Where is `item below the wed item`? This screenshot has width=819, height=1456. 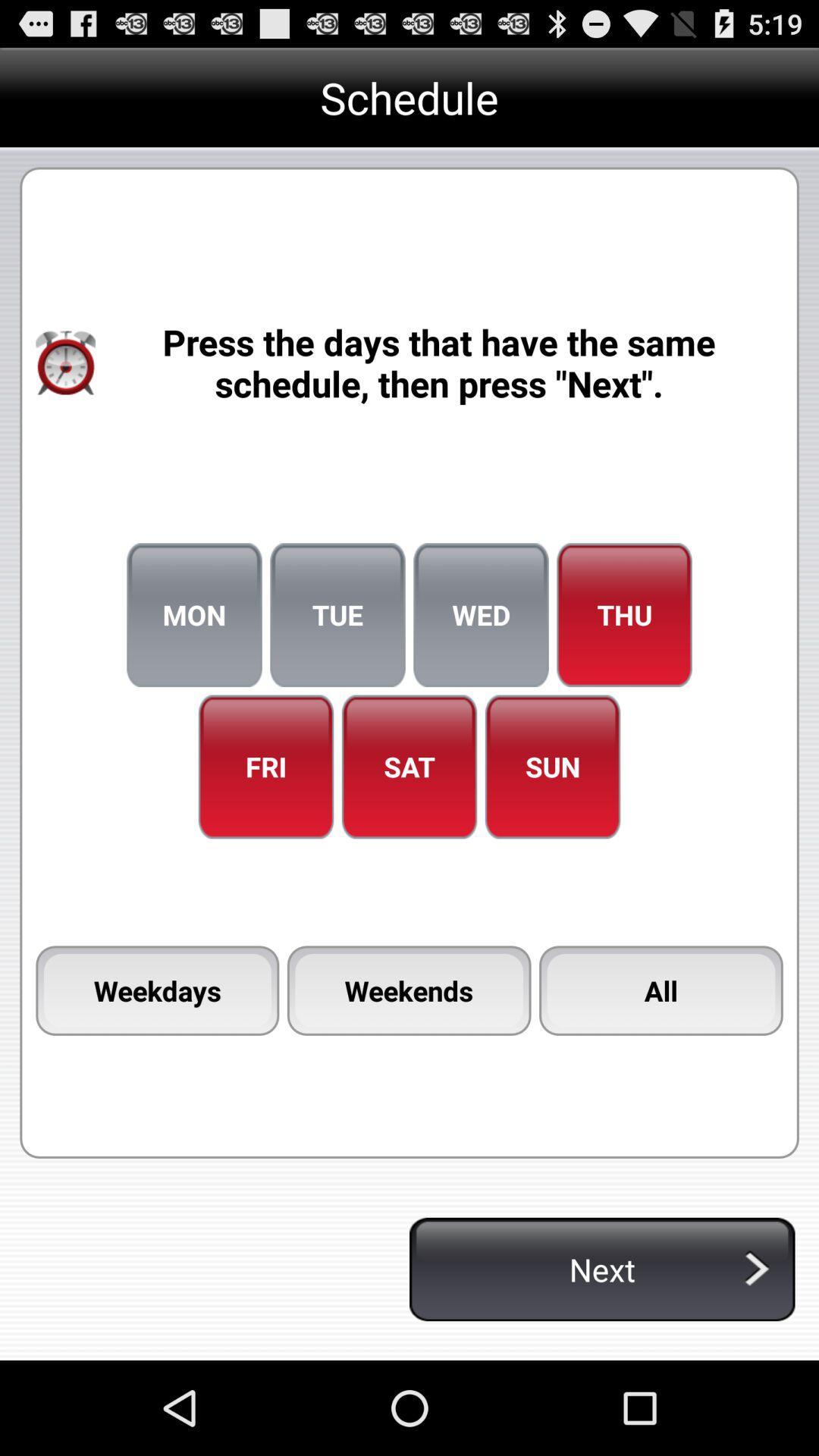 item below the wed item is located at coordinates (553, 767).